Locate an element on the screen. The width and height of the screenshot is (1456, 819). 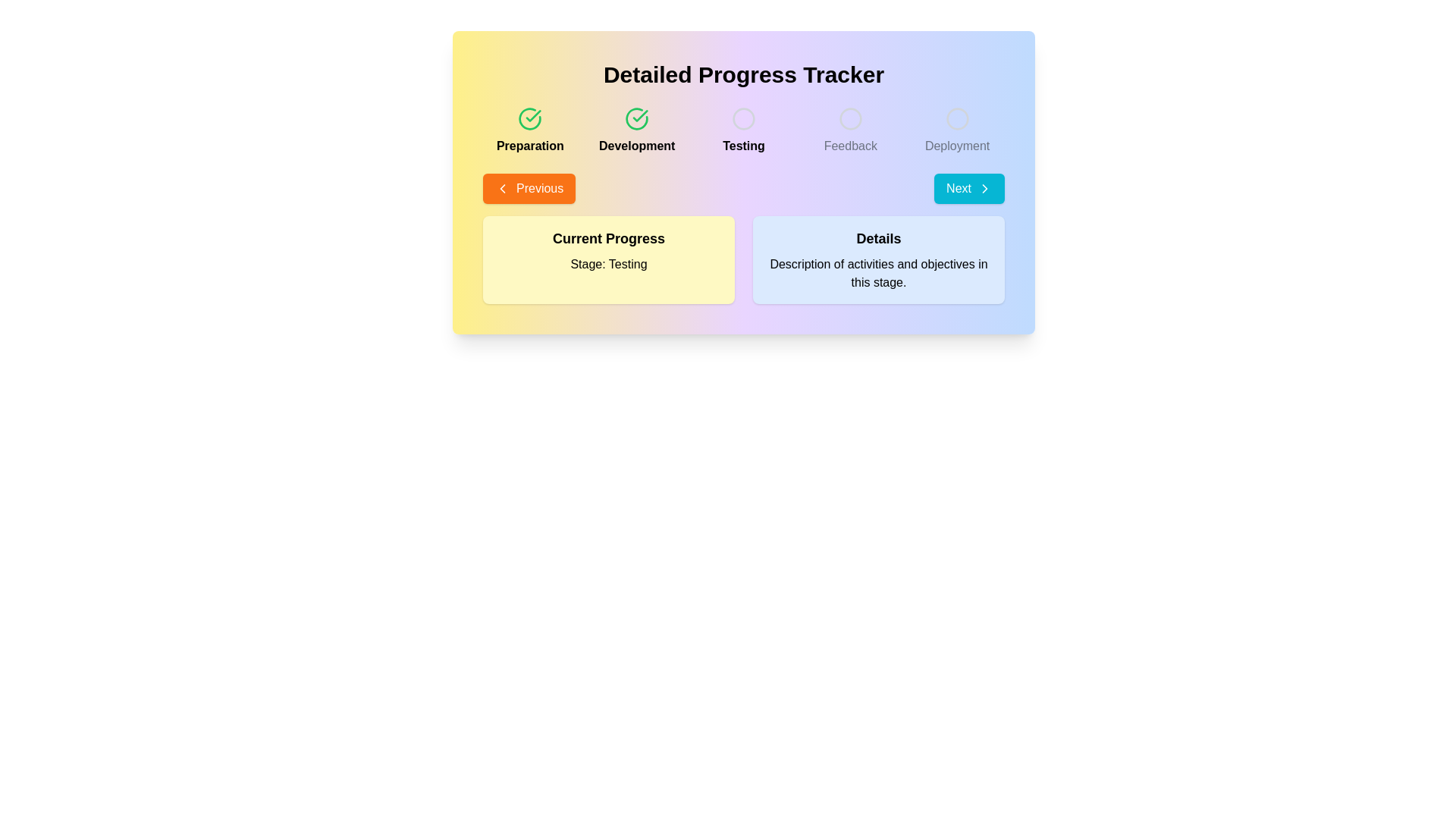
the informational Text label that displays the current stage of progress, which is centrally aligned within a yellow card below 'Current Progress' is located at coordinates (608, 263).